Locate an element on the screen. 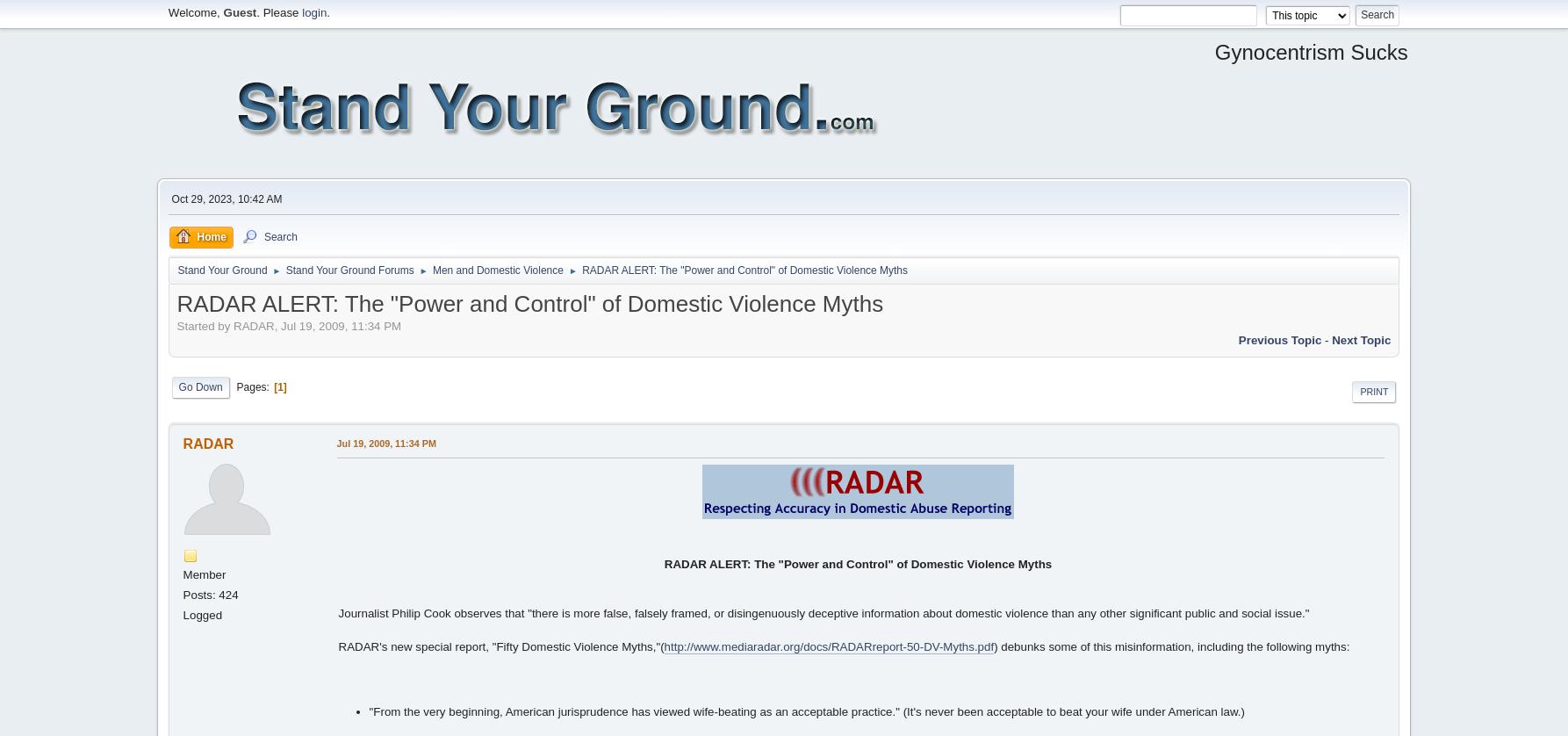  '"From the very beginning, American jurisprudence has viewed wife-beating as an acceptable practice." (It's never been acceptable to beat your wife under American law.)' is located at coordinates (806, 711).